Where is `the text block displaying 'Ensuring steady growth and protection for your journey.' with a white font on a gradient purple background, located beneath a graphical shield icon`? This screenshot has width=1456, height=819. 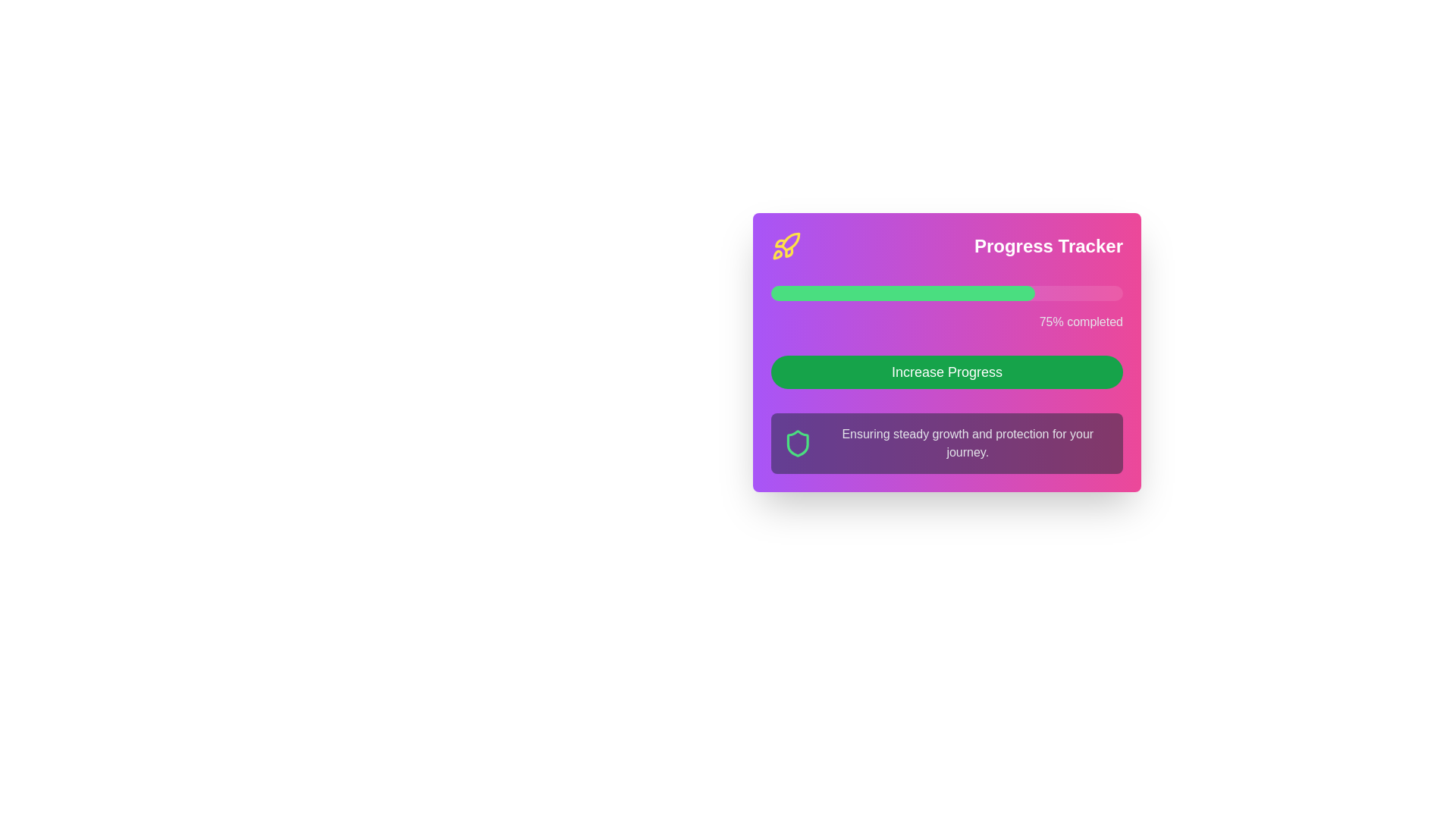
the text block displaying 'Ensuring steady growth and protection for your journey.' with a white font on a gradient purple background, located beneath a graphical shield icon is located at coordinates (967, 444).